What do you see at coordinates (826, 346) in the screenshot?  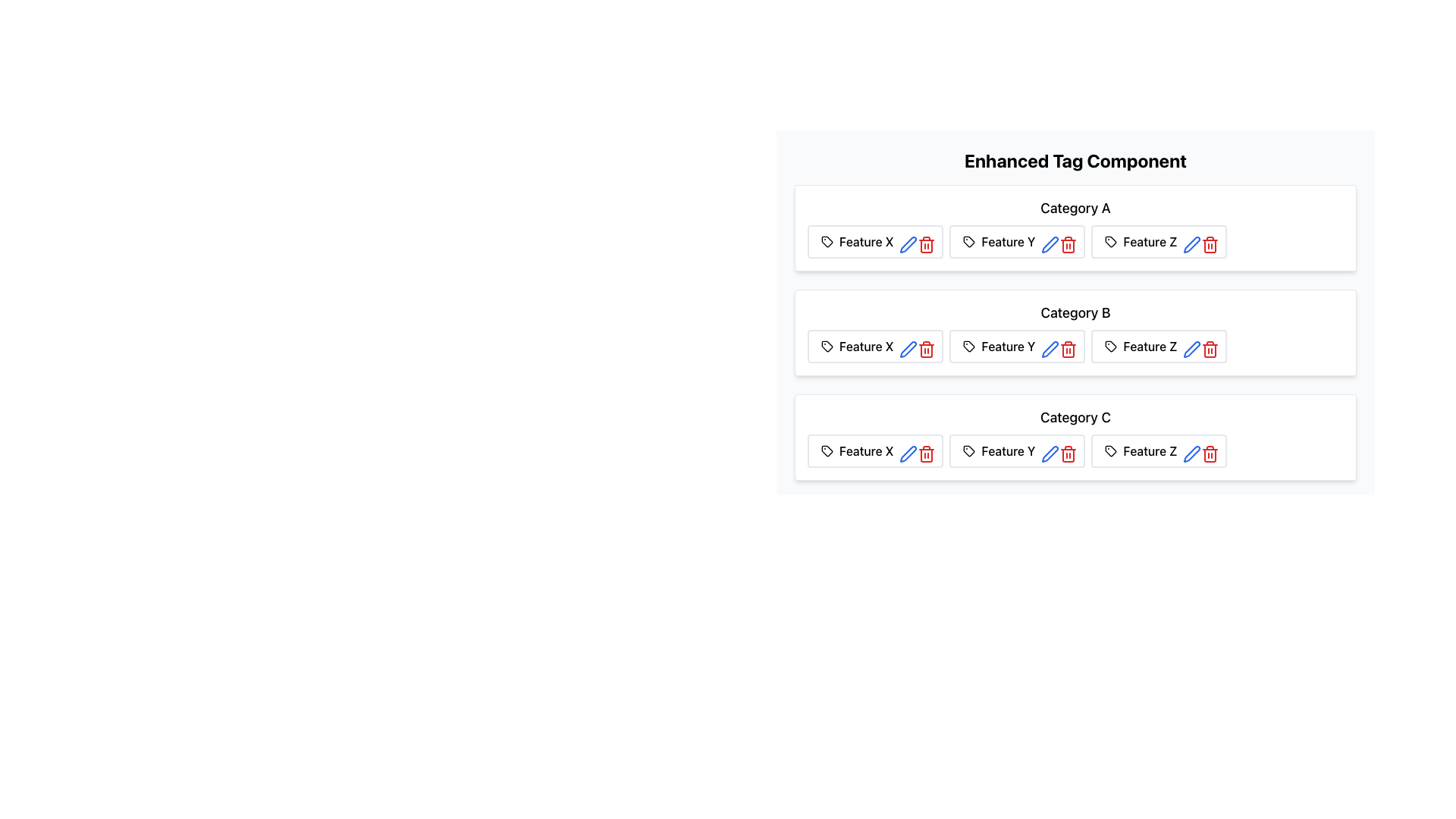 I see `the tagging icon within the horizontal button group with a purple border in 'Category B'` at bounding box center [826, 346].